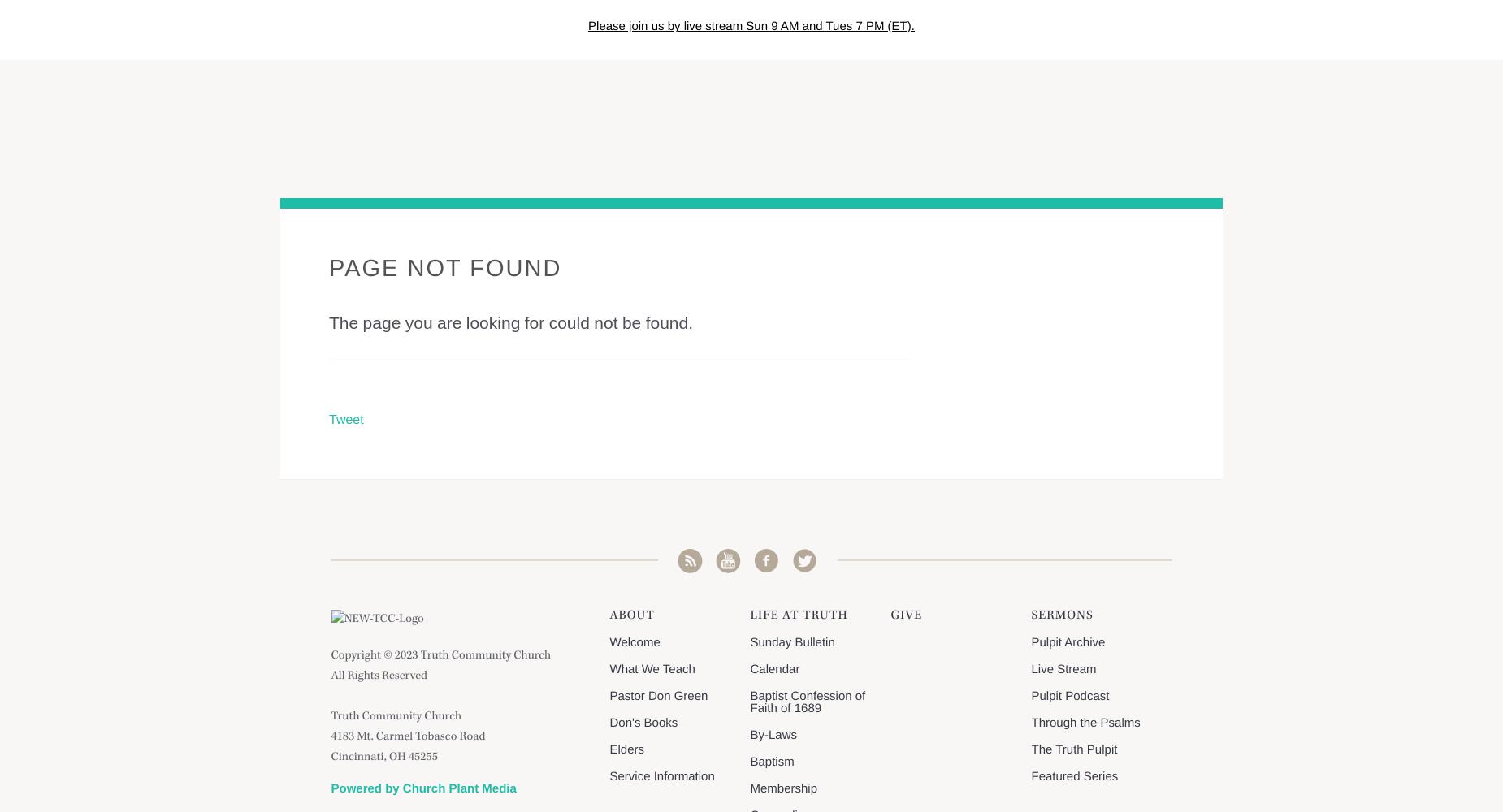  I want to click on 'Copyright © 2023 Truth Community Church', so click(440, 656).